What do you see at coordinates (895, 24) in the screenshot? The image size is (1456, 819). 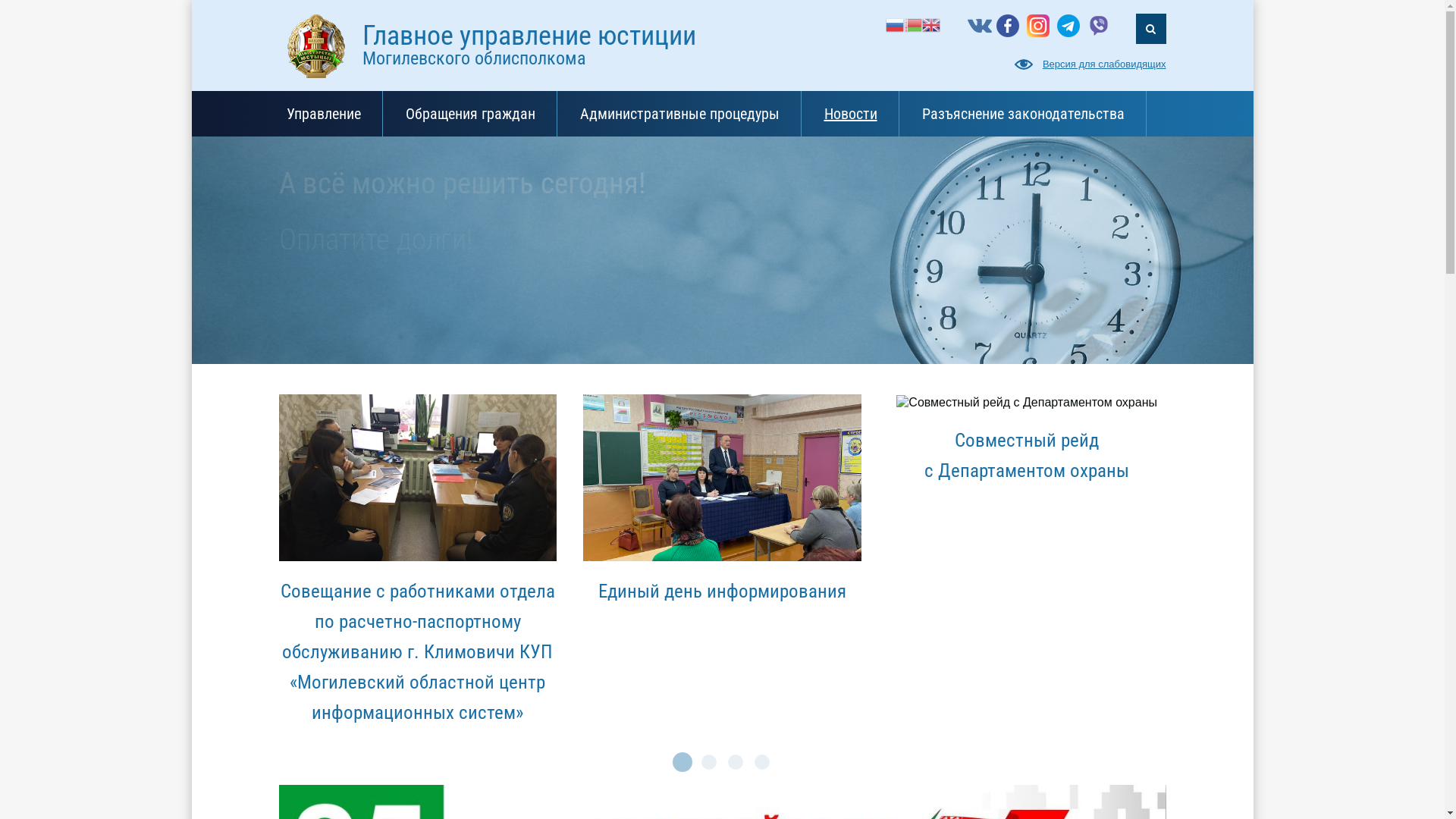 I see `'Russian'` at bounding box center [895, 24].